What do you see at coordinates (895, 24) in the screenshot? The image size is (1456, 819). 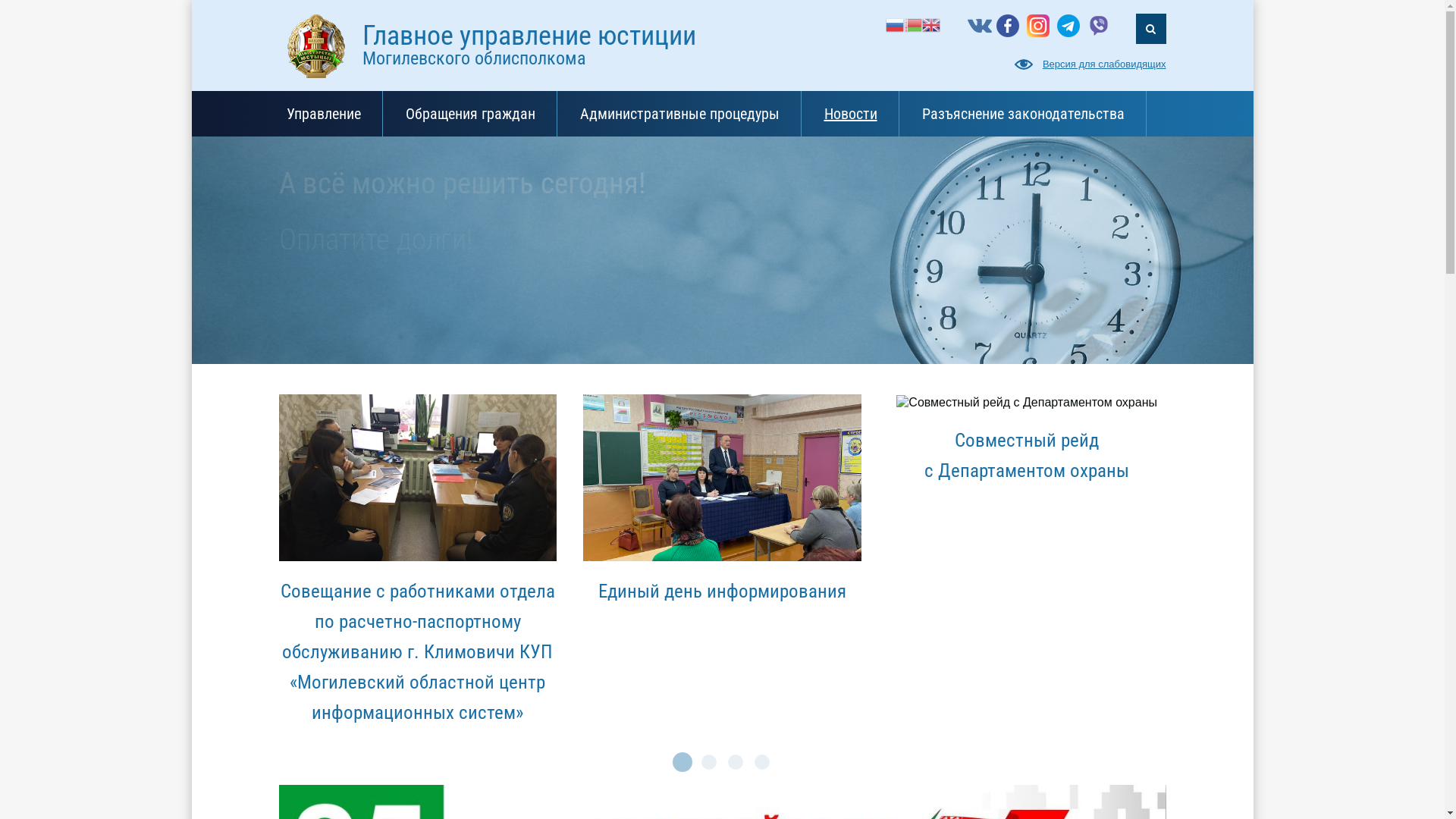 I see `'Russian'` at bounding box center [895, 24].